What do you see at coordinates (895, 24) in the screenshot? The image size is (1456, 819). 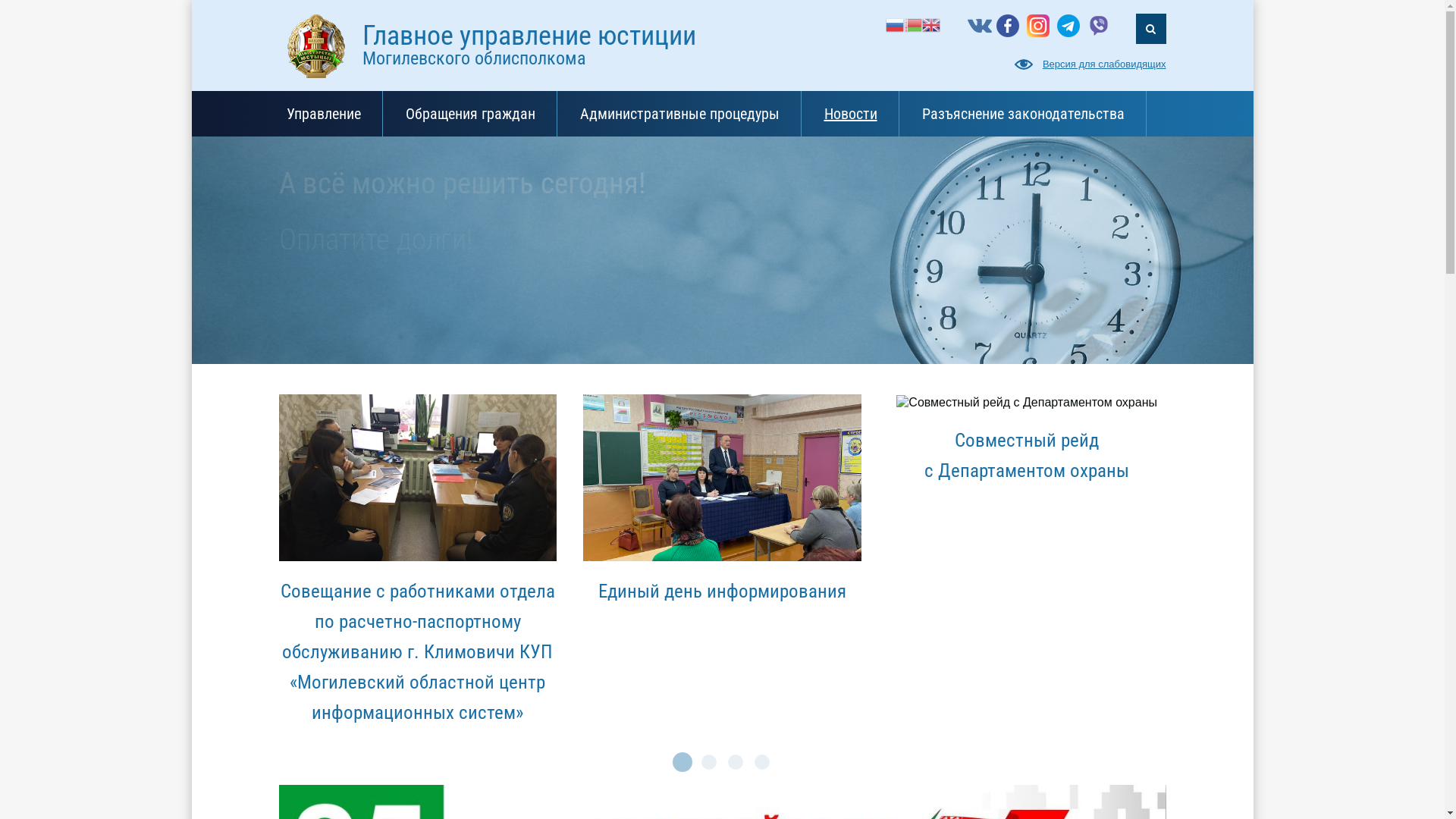 I see `'Russian'` at bounding box center [895, 24].